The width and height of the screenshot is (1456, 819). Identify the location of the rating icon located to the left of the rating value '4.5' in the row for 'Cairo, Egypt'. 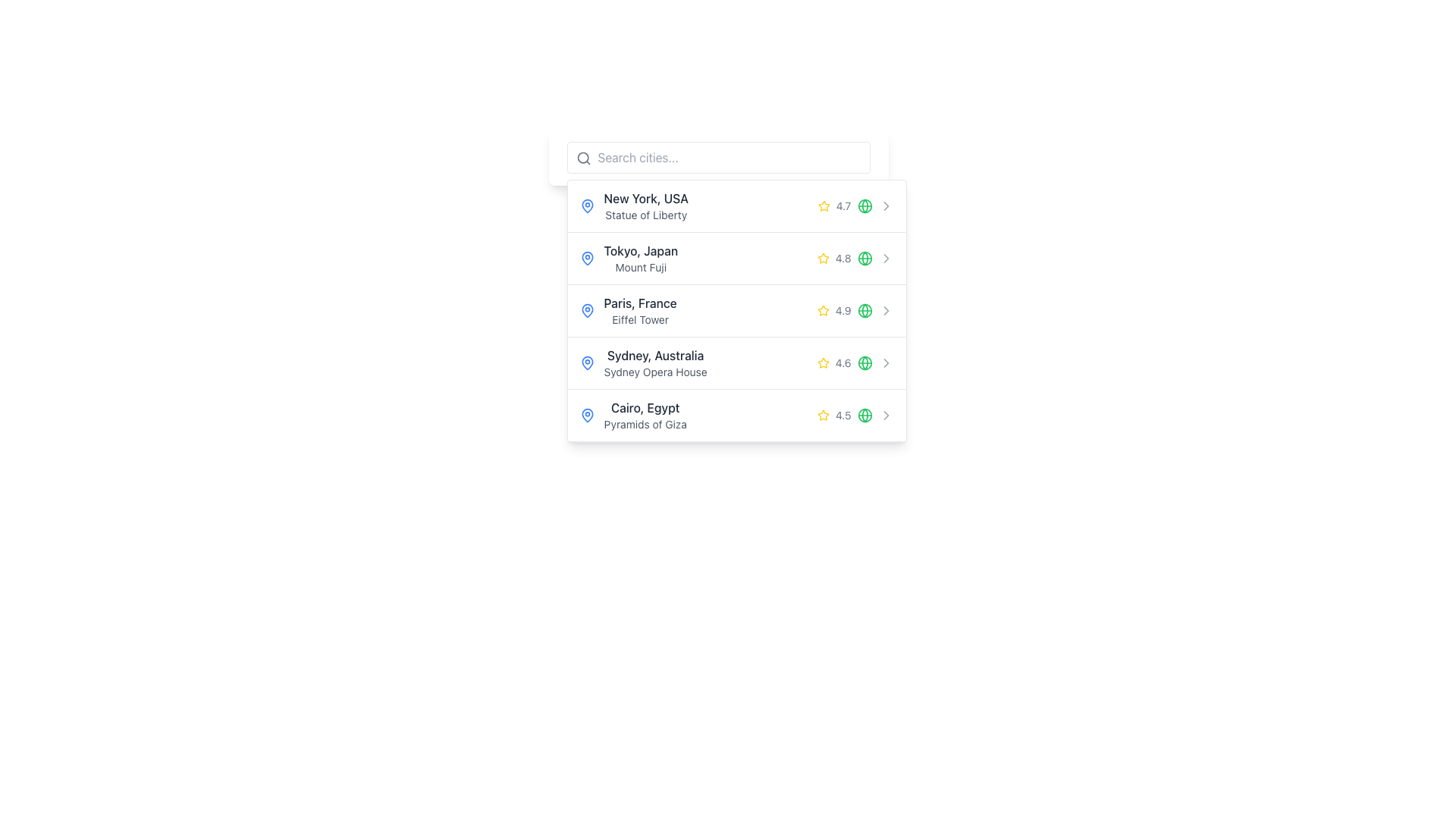
(823, 415).